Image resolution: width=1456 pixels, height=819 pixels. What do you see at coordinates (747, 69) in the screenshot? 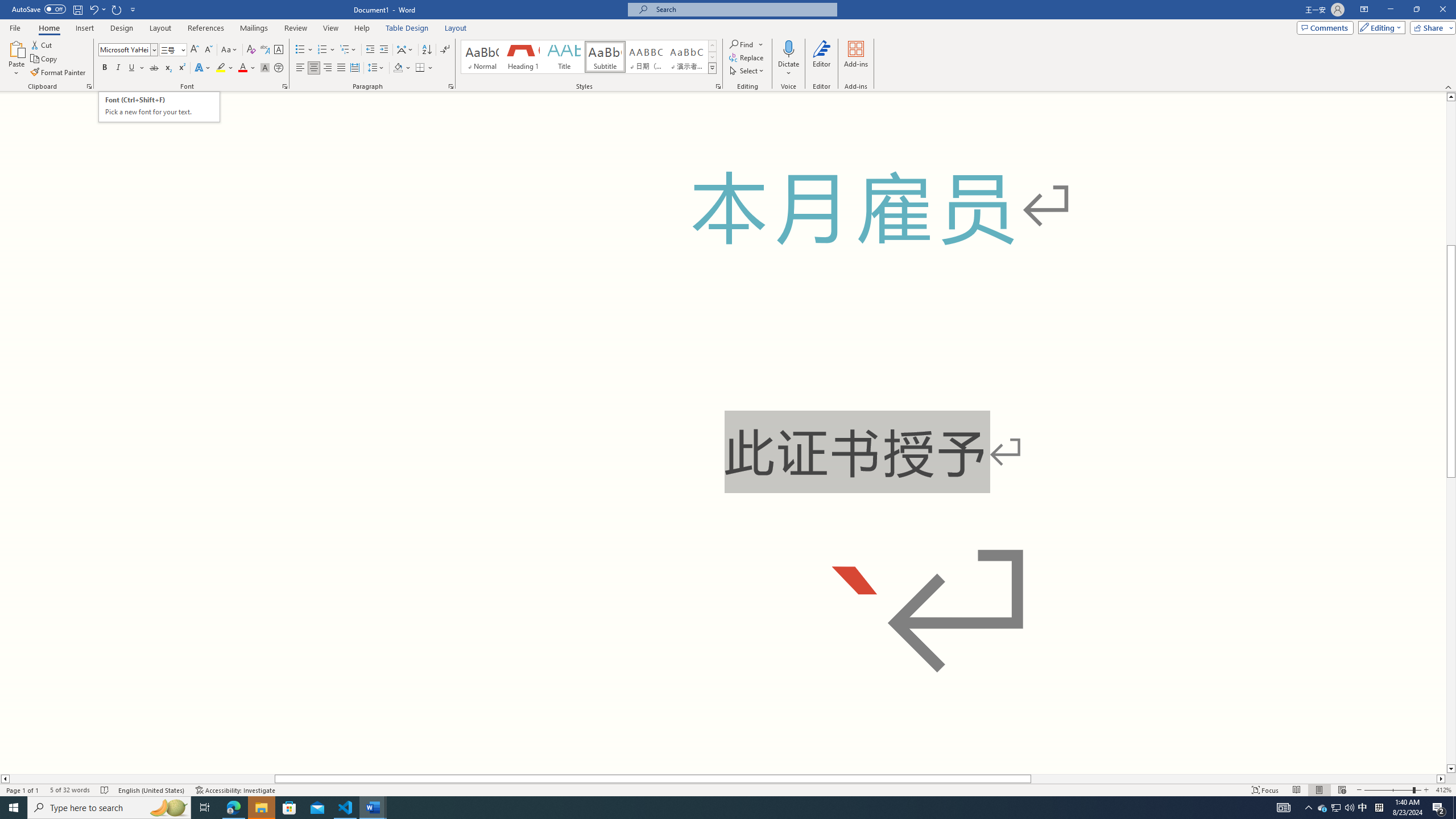
I see `'Select'` at bounding box center [747, 69].